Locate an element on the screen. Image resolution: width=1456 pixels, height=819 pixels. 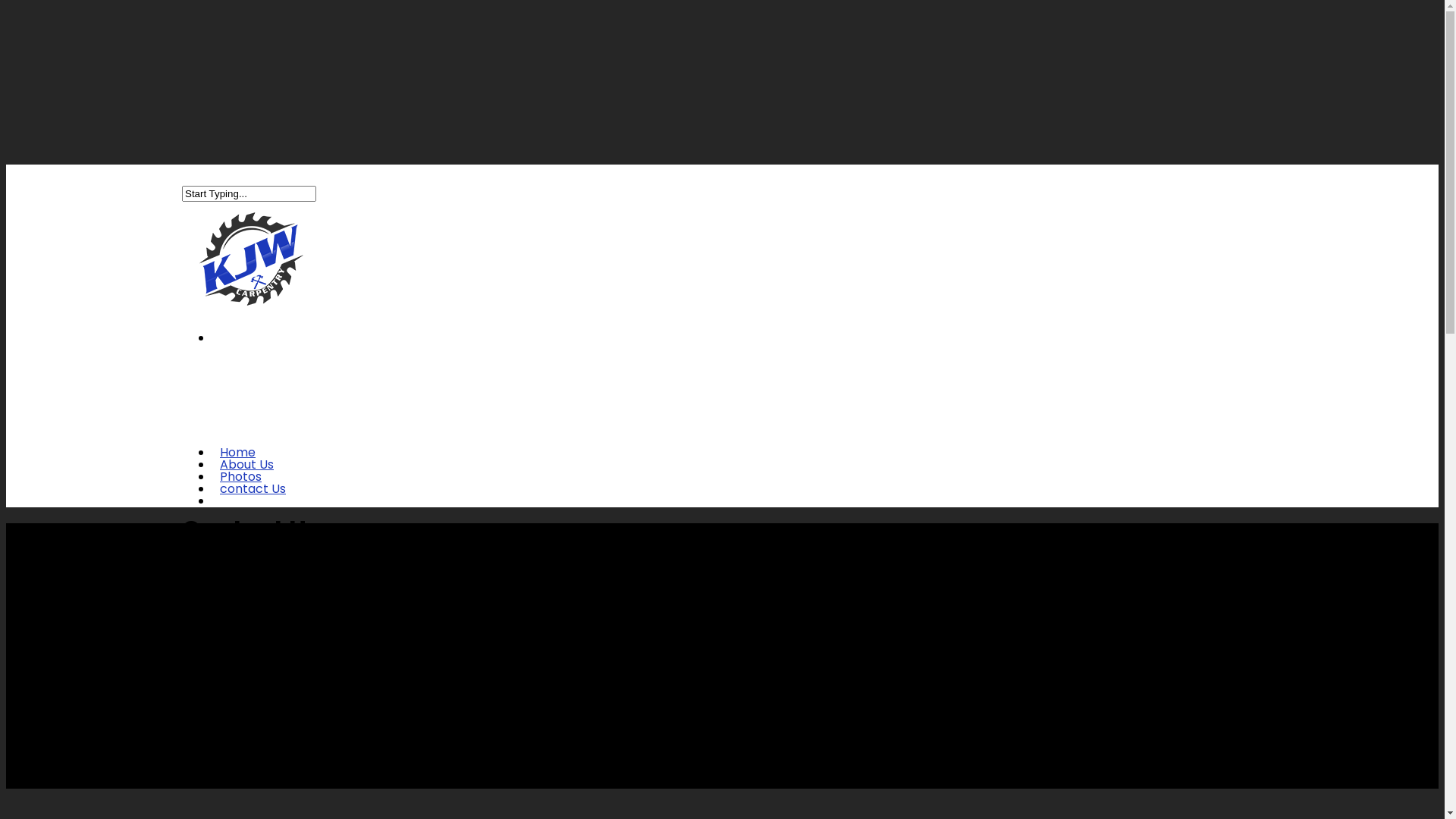
'Photos' is located at coordinates (240, 487).